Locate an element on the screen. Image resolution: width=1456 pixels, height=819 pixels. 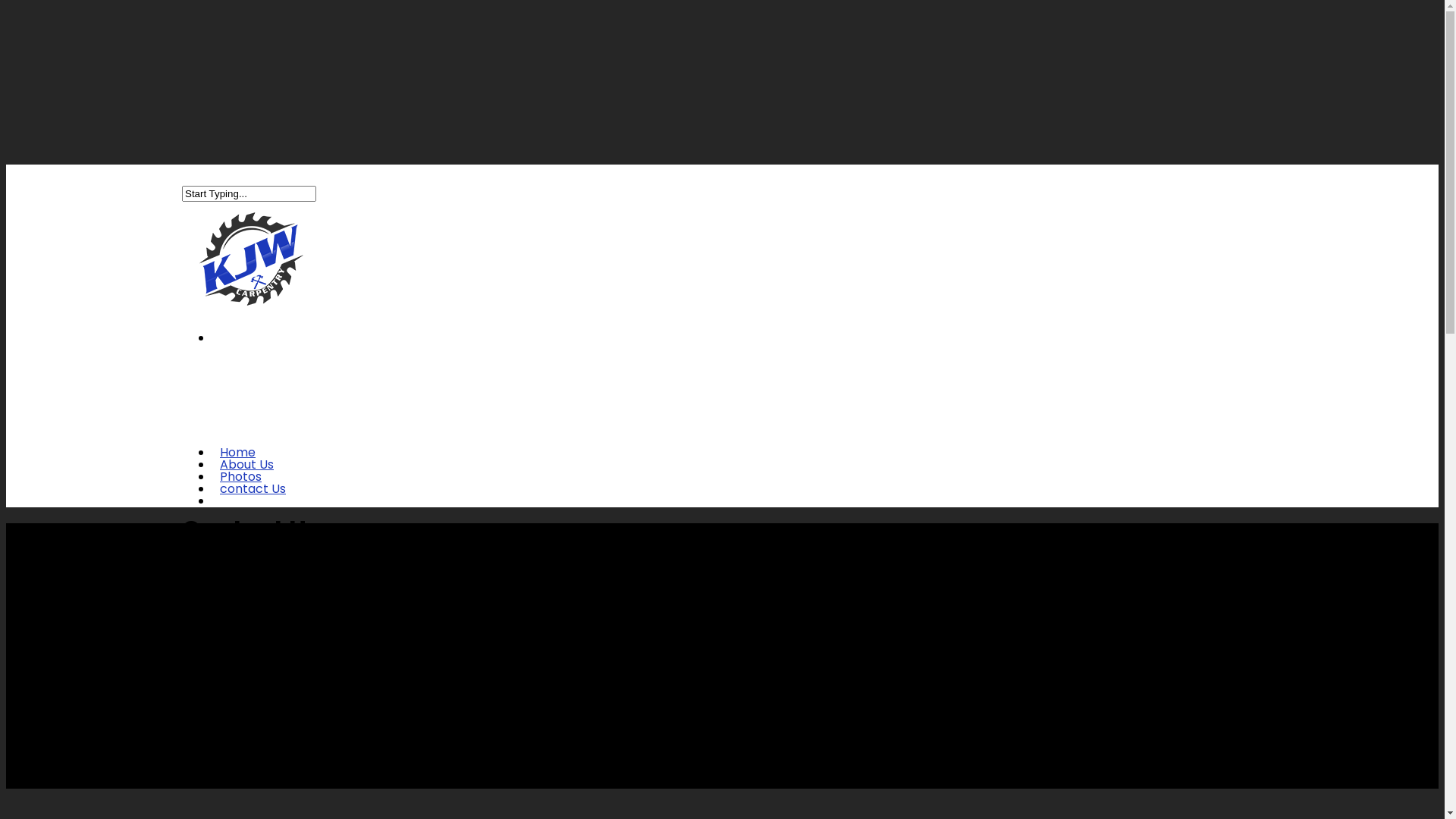
'Photos' is located at coordinates (240, 487).